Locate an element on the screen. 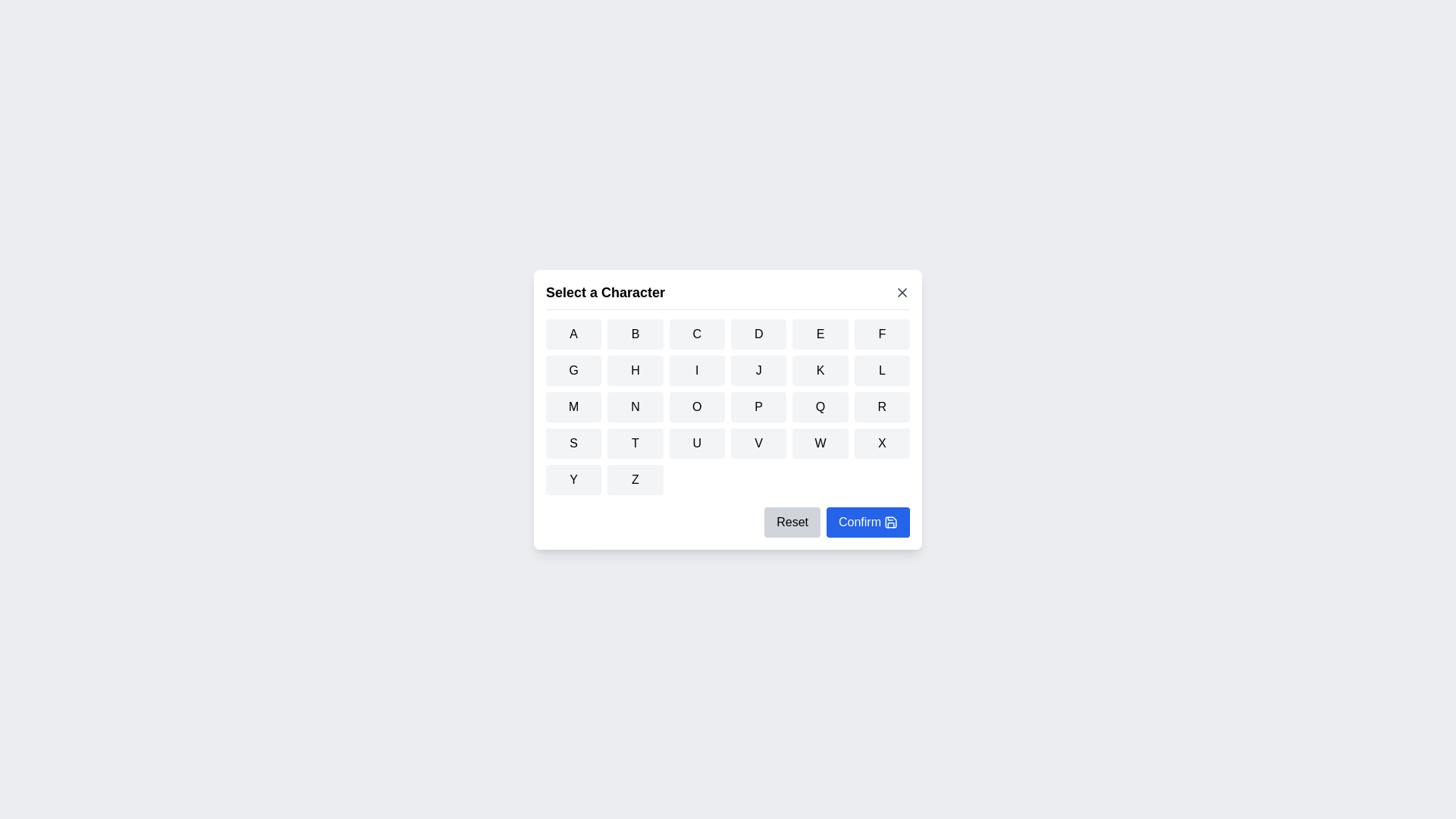 Image resolution: width=1456 pixels, height=819 pixels. the button corresponding to the character I to select it is located at coordinates (695, 370).